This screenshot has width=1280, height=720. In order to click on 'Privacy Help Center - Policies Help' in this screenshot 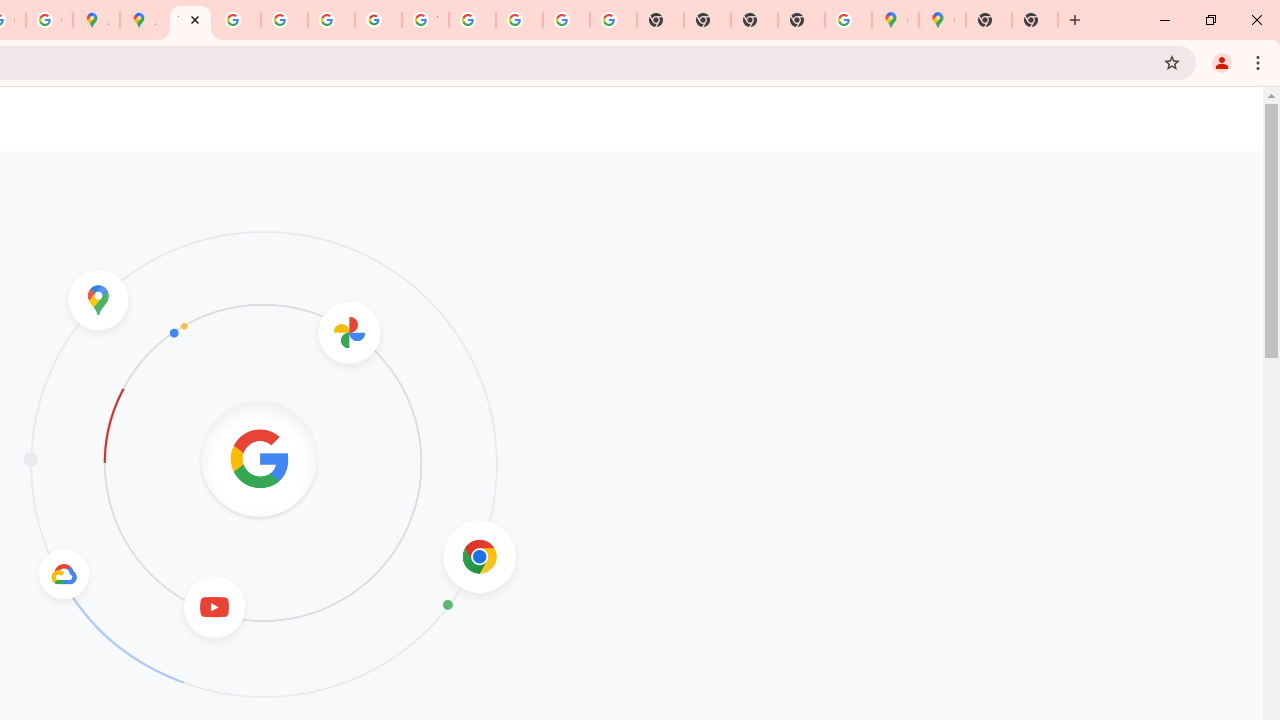, I will do `click(237, 20)`.